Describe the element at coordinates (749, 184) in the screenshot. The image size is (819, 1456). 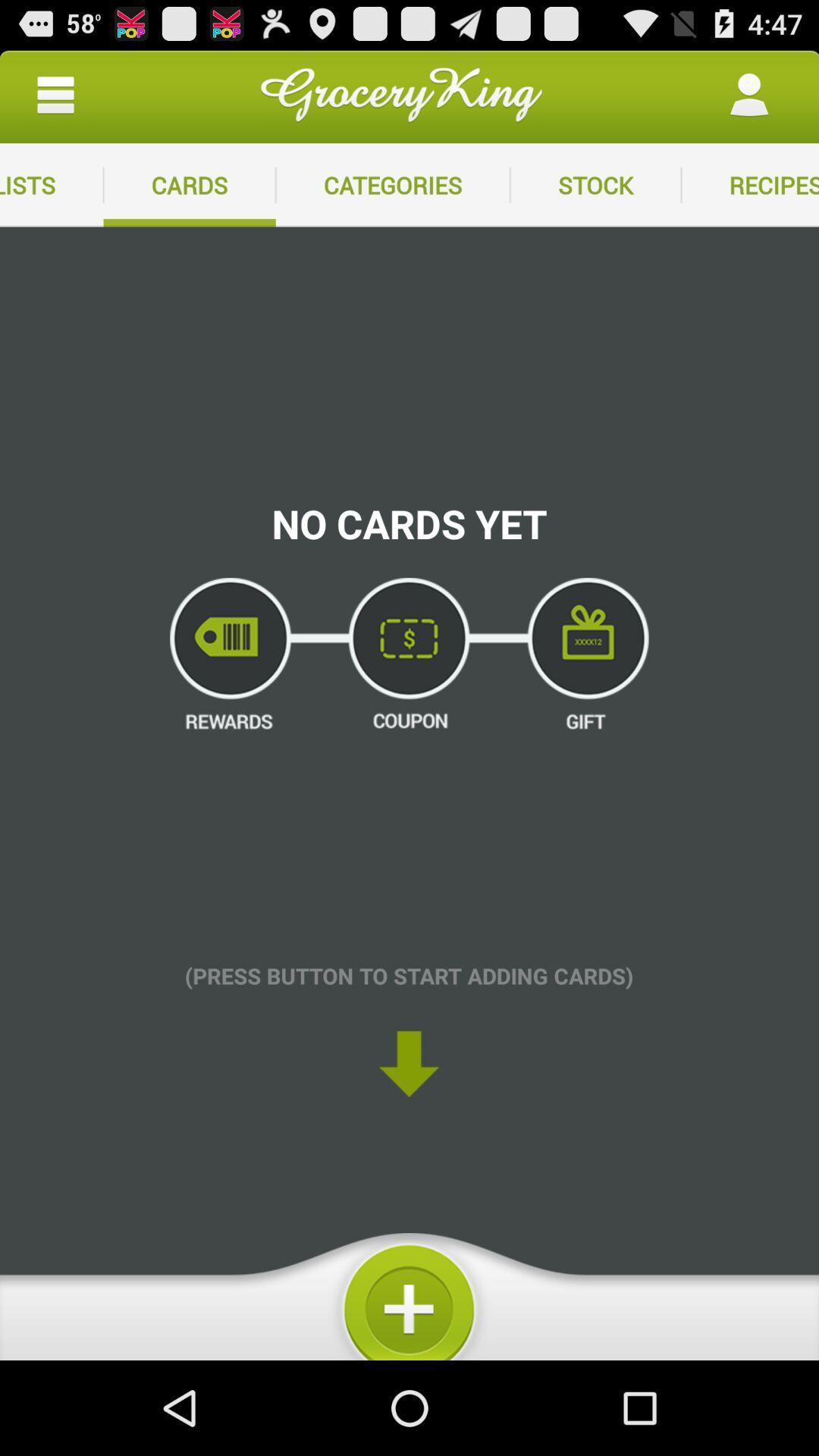
I see `the icon to the right of stock` at that location.